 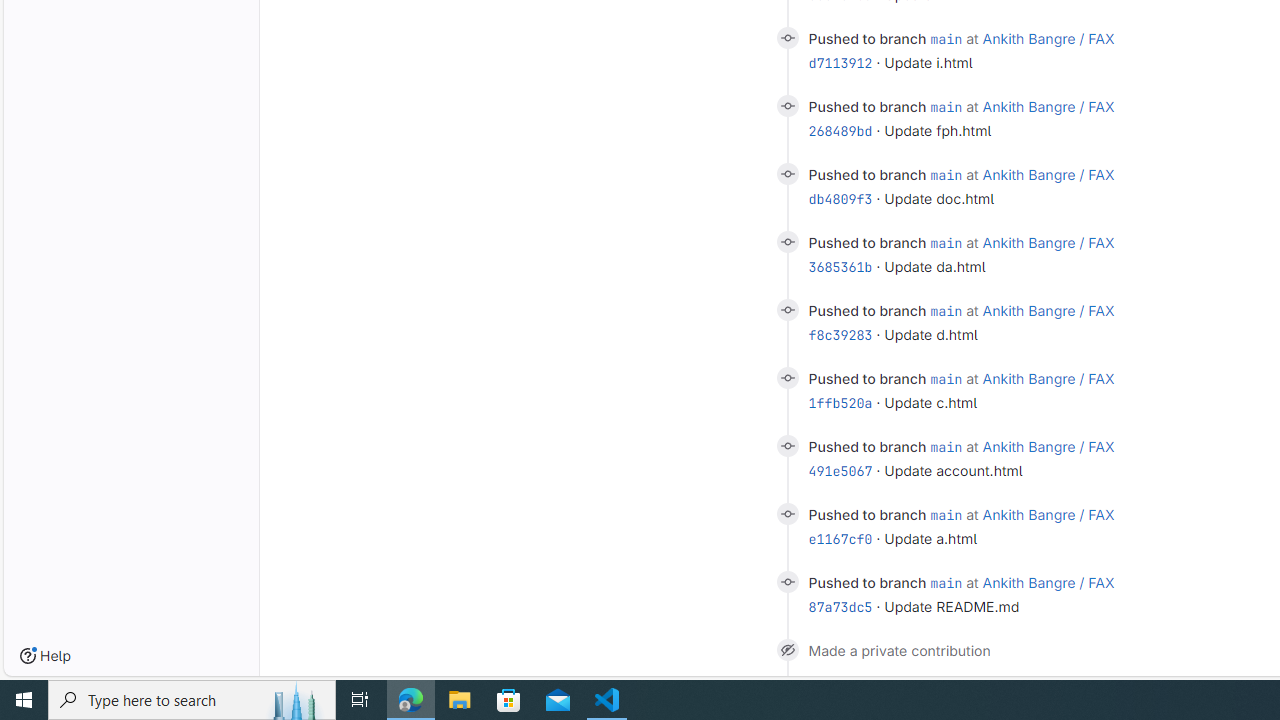 What do you see at coordinates (45, 655) in the screenshot?
I see `'Help'` at bounding box center [45, 655].